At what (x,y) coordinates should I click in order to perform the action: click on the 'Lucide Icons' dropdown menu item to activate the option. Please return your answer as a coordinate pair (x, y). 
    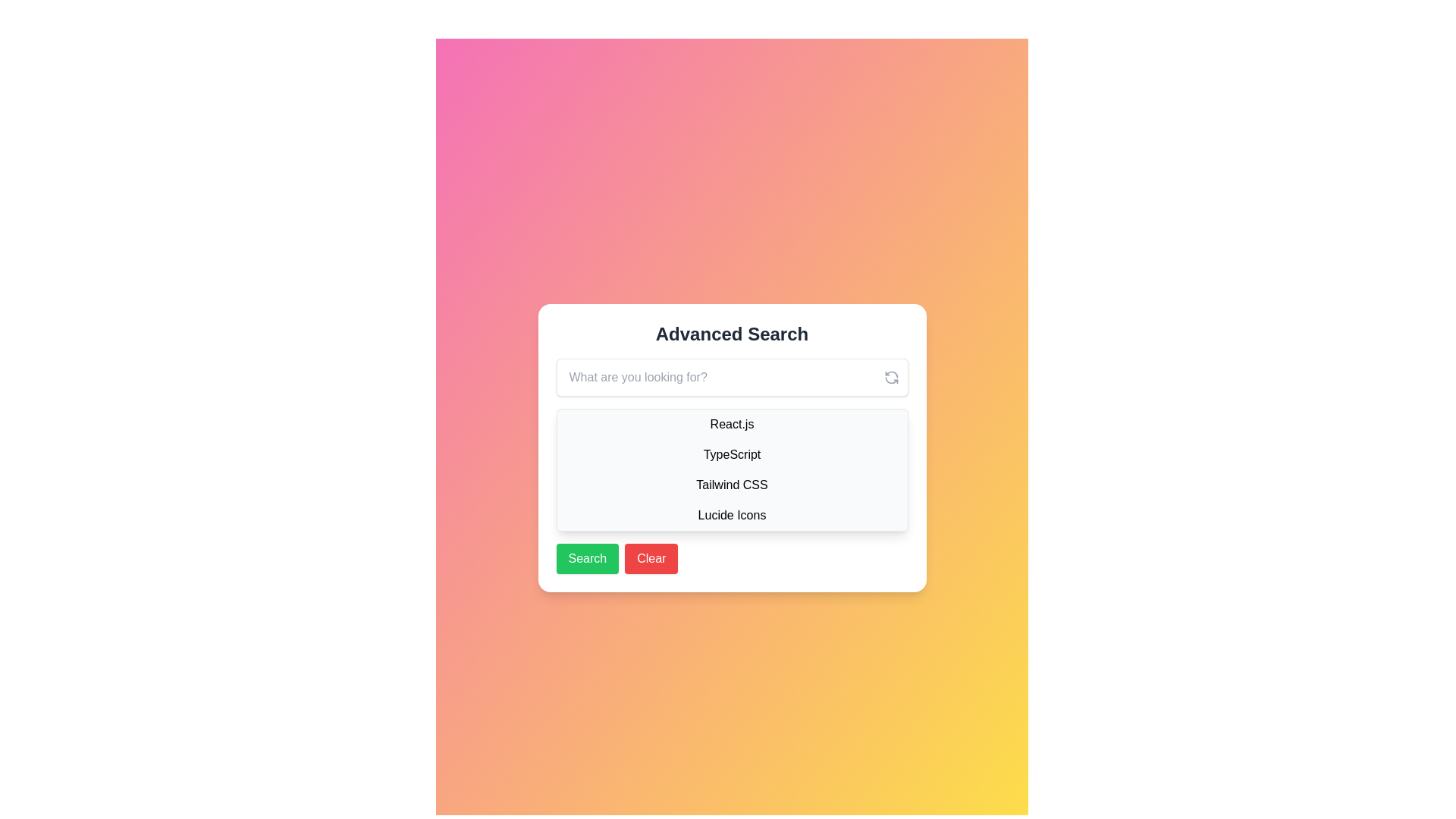
    Looking at the image, I should click on (732, 514).